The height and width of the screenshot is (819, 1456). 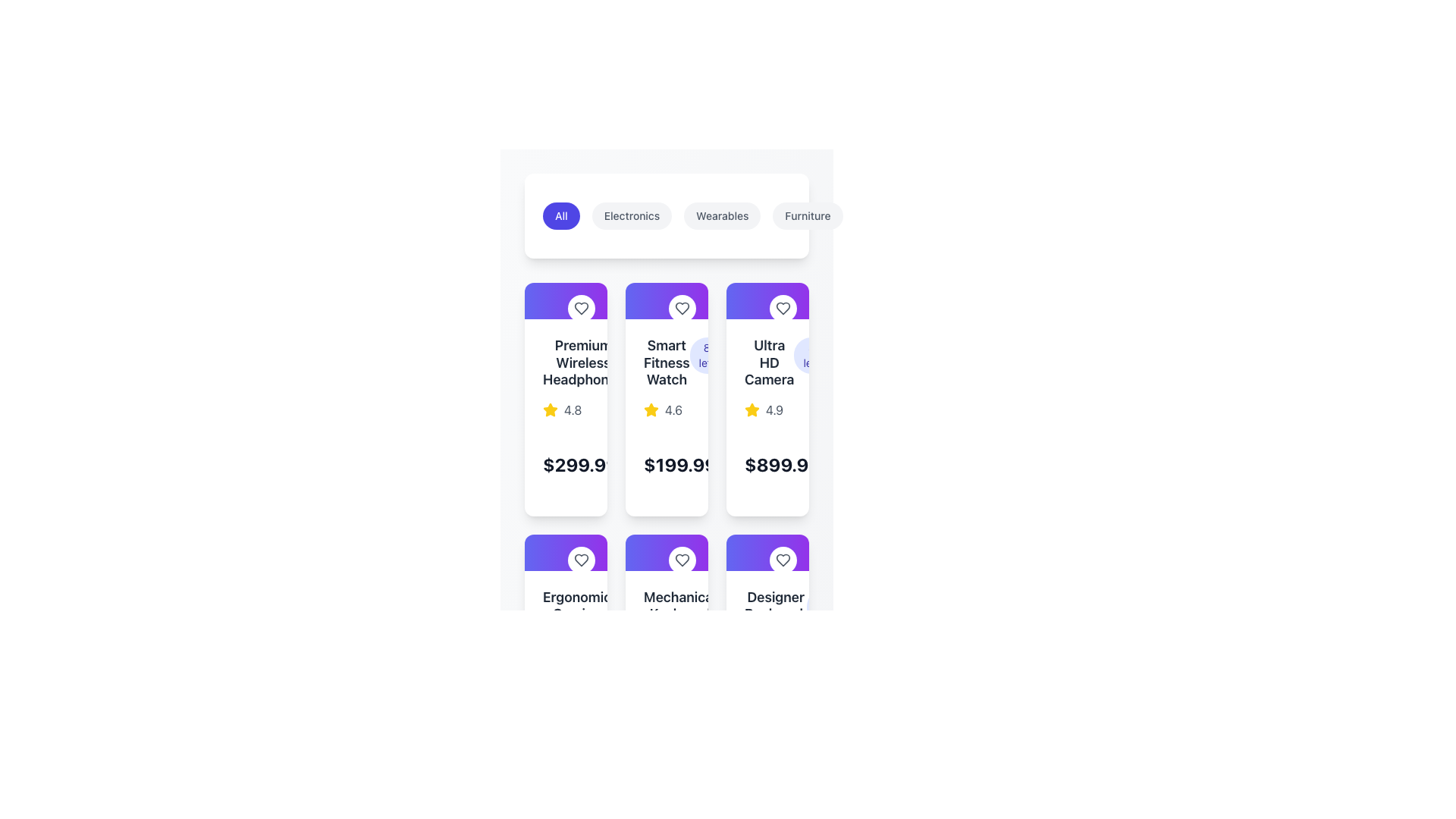 What do you see at coordinates (783, 308) in the screenshot?
I see `the heart-shaped favorite icon outlined in gray, located above the 'Smart Fitness Watch' item, to favorite the item` at bounding box center [783, 308].